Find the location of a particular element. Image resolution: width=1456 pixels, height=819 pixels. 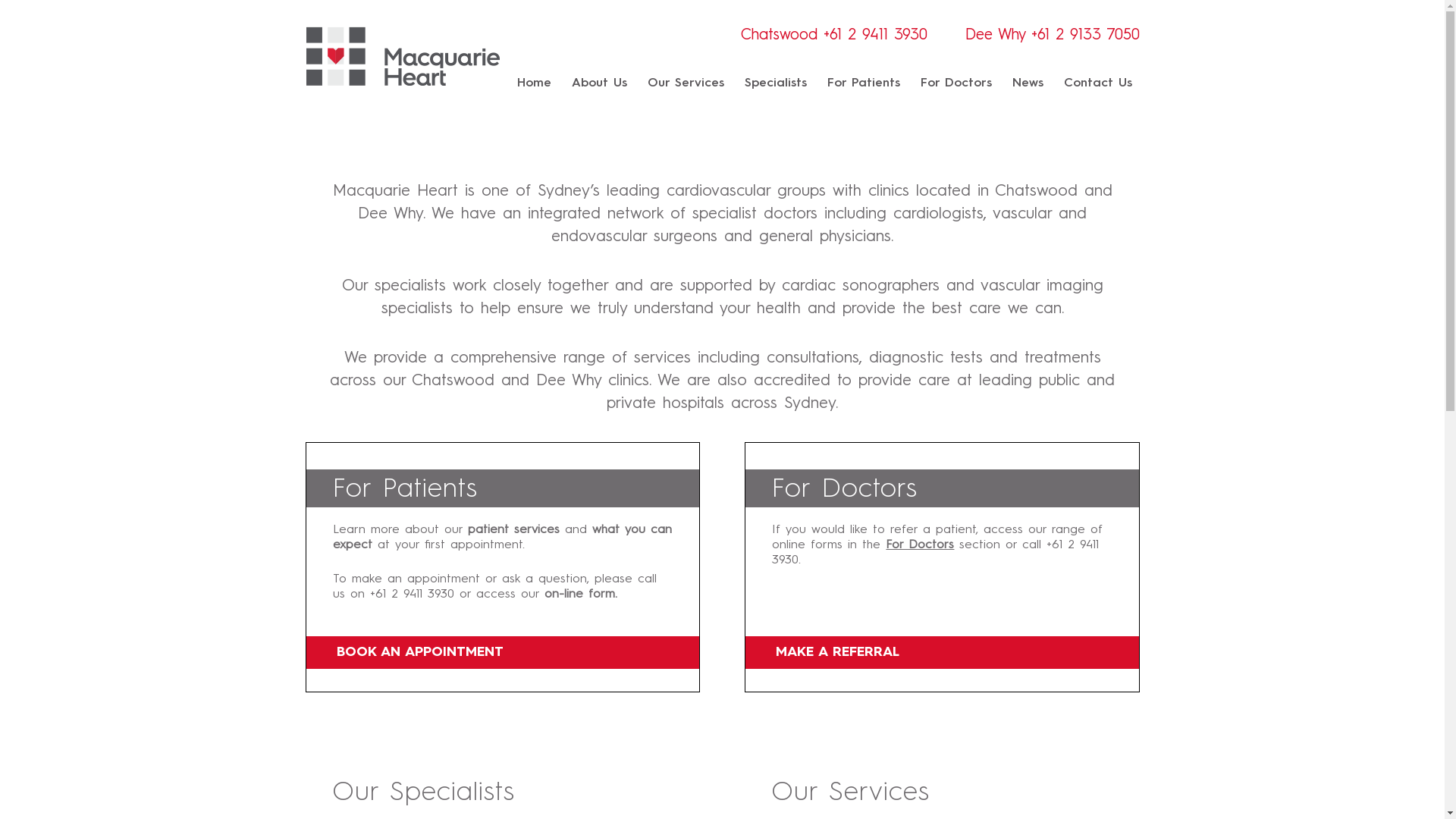

'MAKE A REFERRAL' is located at coordinates (941, 651).